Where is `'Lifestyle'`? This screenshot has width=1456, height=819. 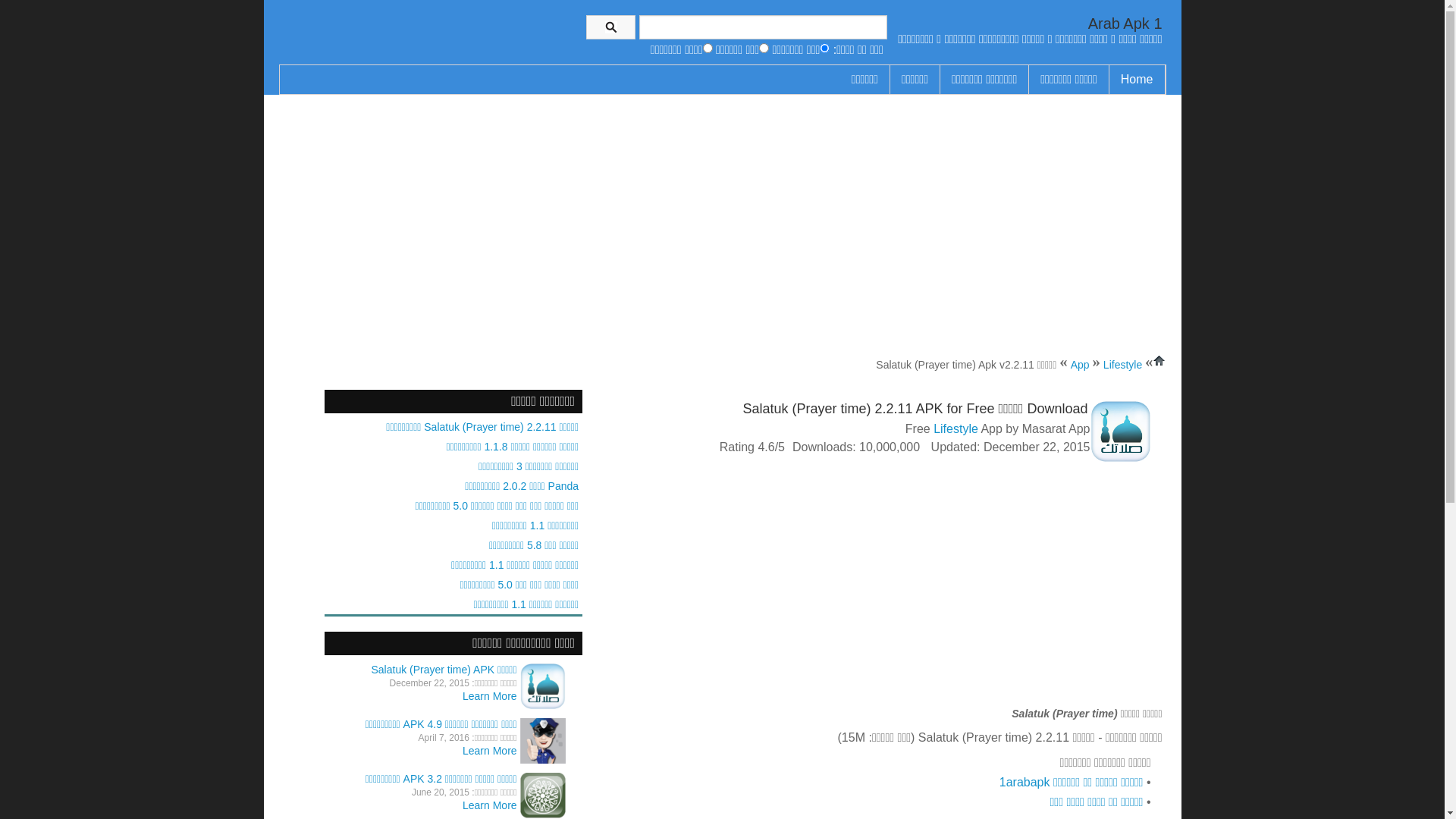
'Lifestyle' is located at coordinates (932, 428).